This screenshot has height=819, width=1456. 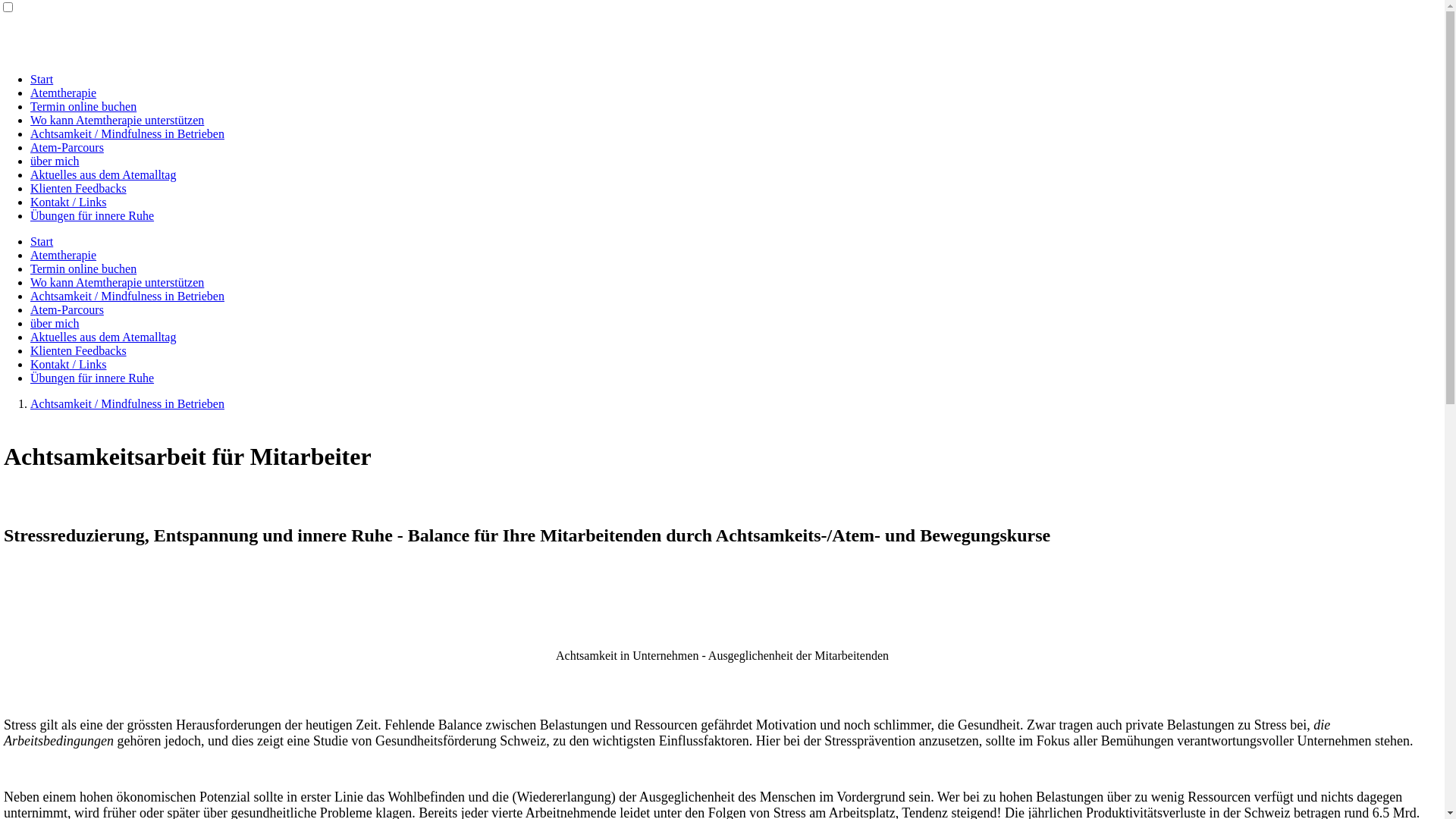 What do you see at coordinates (30, 240) in the screenshot?
I see `'Start'` at bounding box center [30, 240].